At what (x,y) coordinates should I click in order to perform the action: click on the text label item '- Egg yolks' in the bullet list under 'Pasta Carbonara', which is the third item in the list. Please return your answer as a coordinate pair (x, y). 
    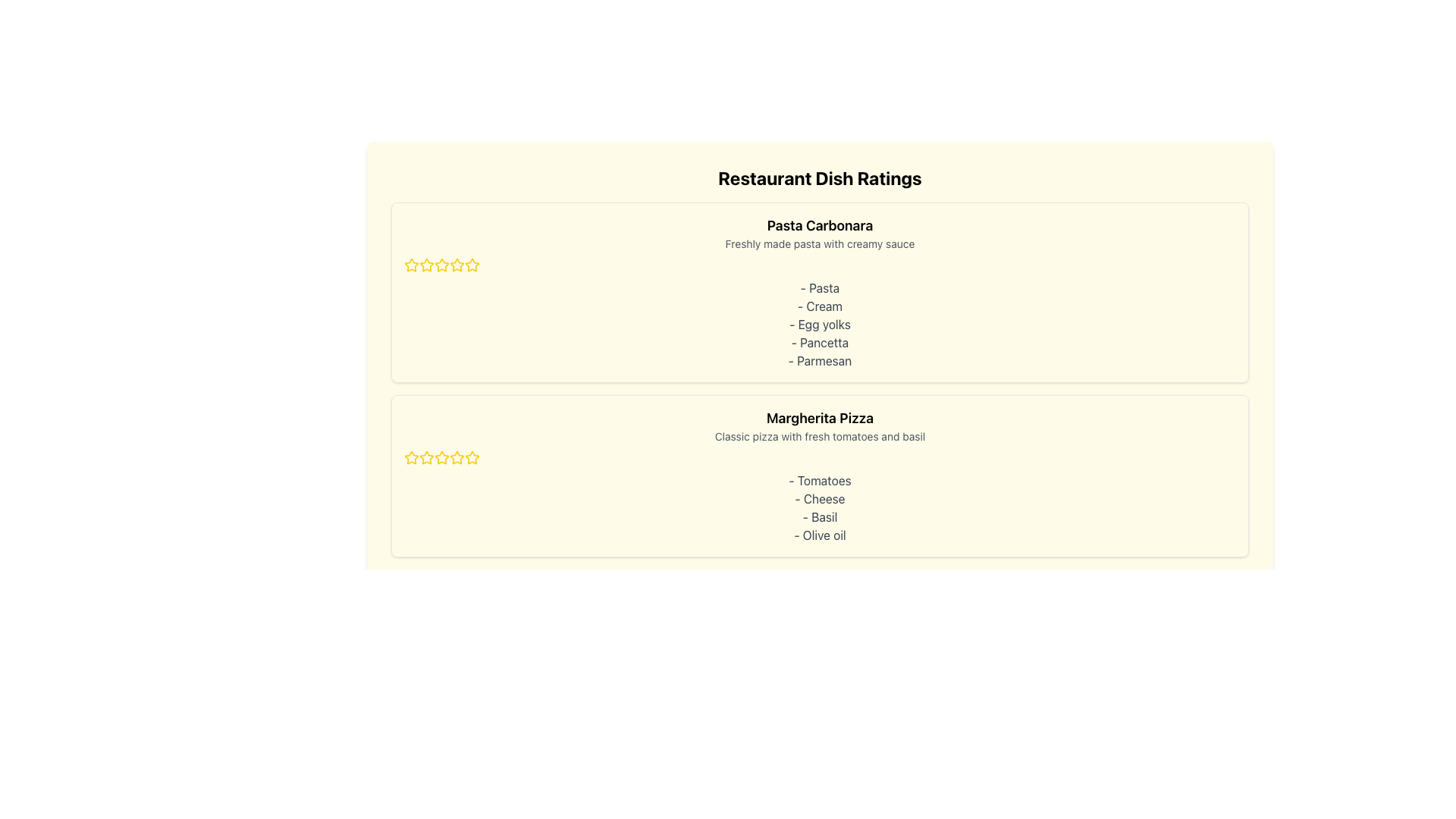
    Looking at the image, I should click on (819, 324).